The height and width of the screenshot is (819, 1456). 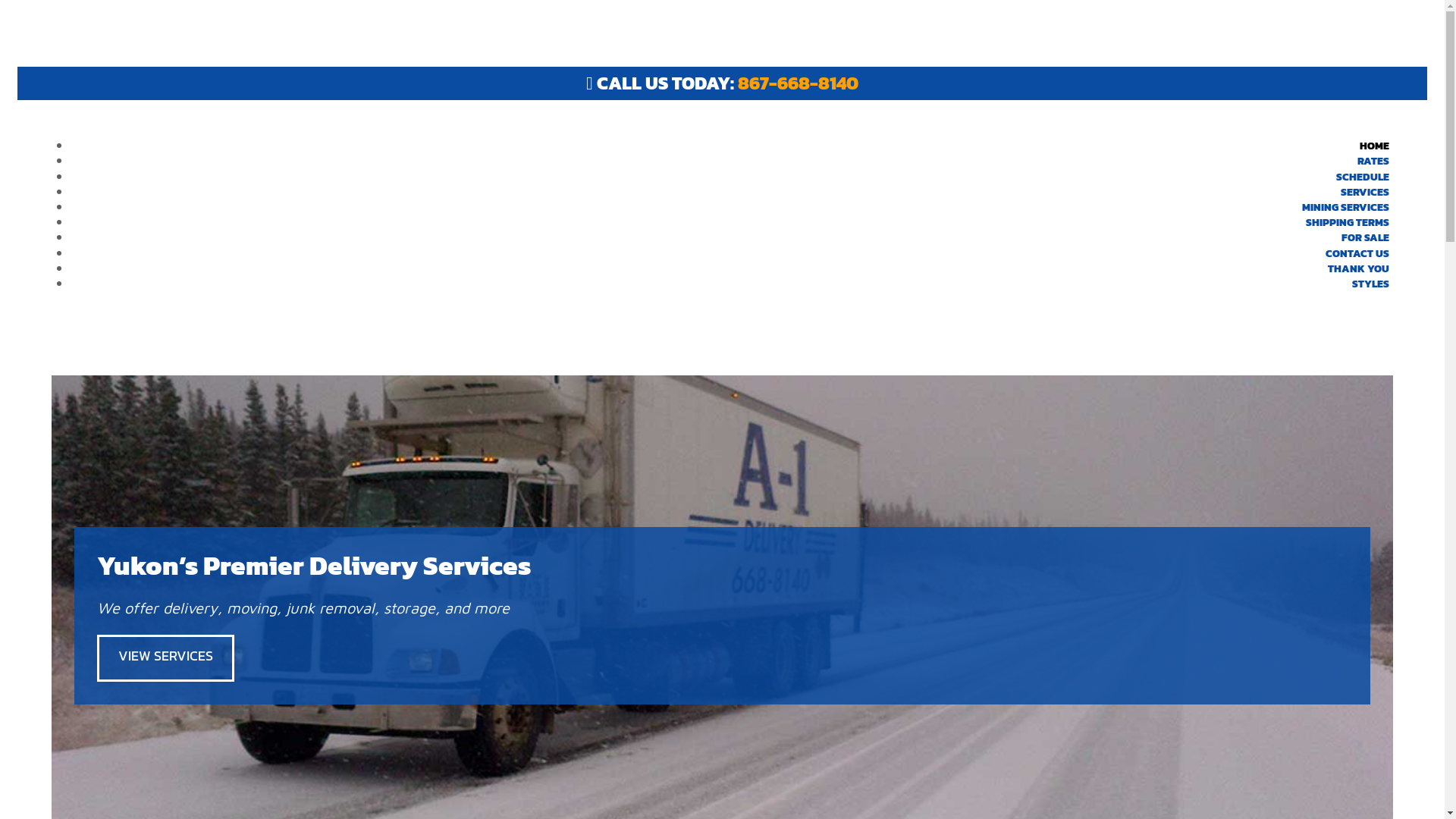 What do you see at coordinates (1365, 237) in the screenshot?
I see `'FOR SALE'` at bounding box center [1365, 237].